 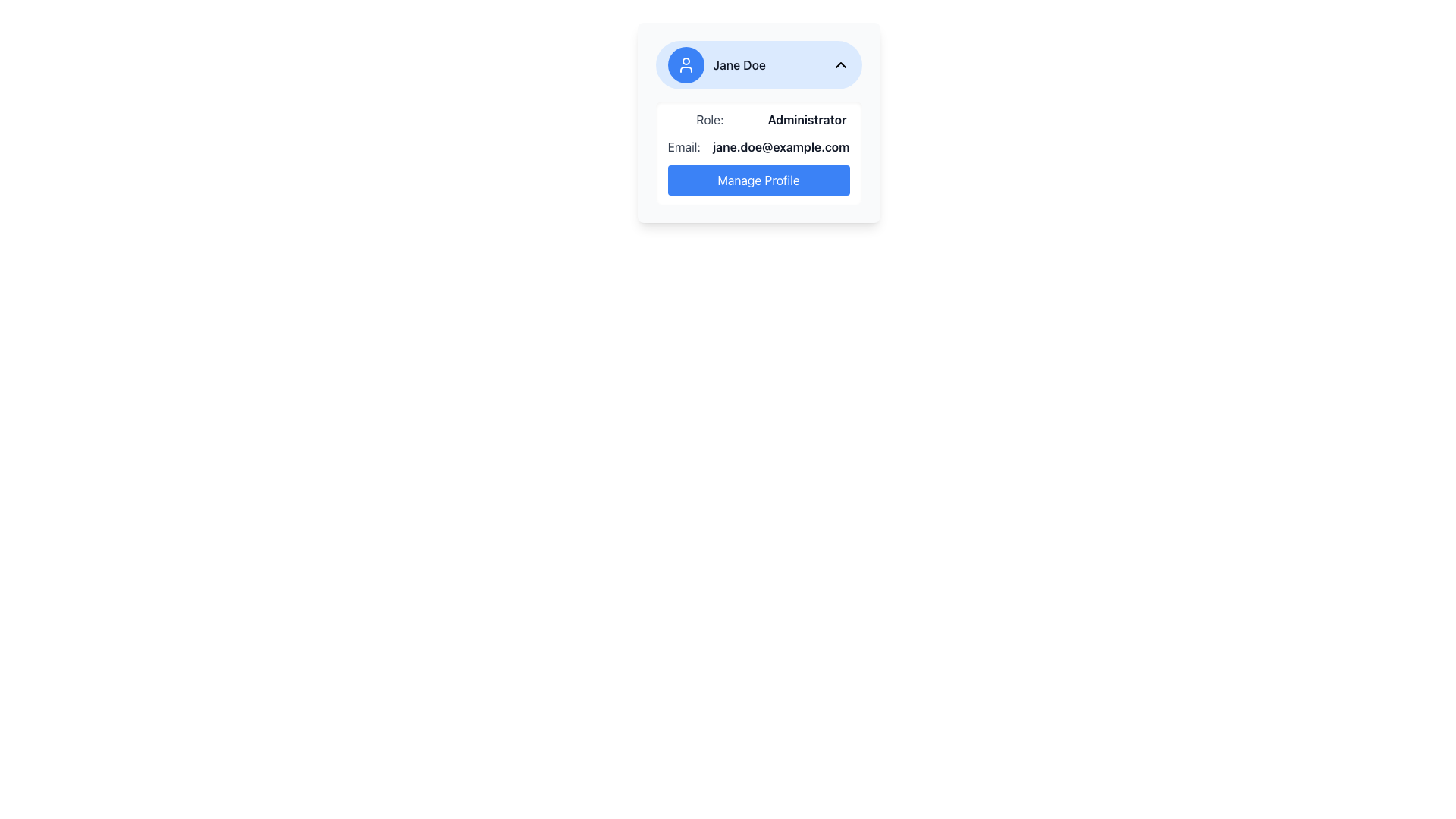 I want to click on the static informational text displaying the email address 'jane.doe@example.com', which is styled in black and located between the user's role and the 'Manage Profile' button, so click(x=758, y=146).